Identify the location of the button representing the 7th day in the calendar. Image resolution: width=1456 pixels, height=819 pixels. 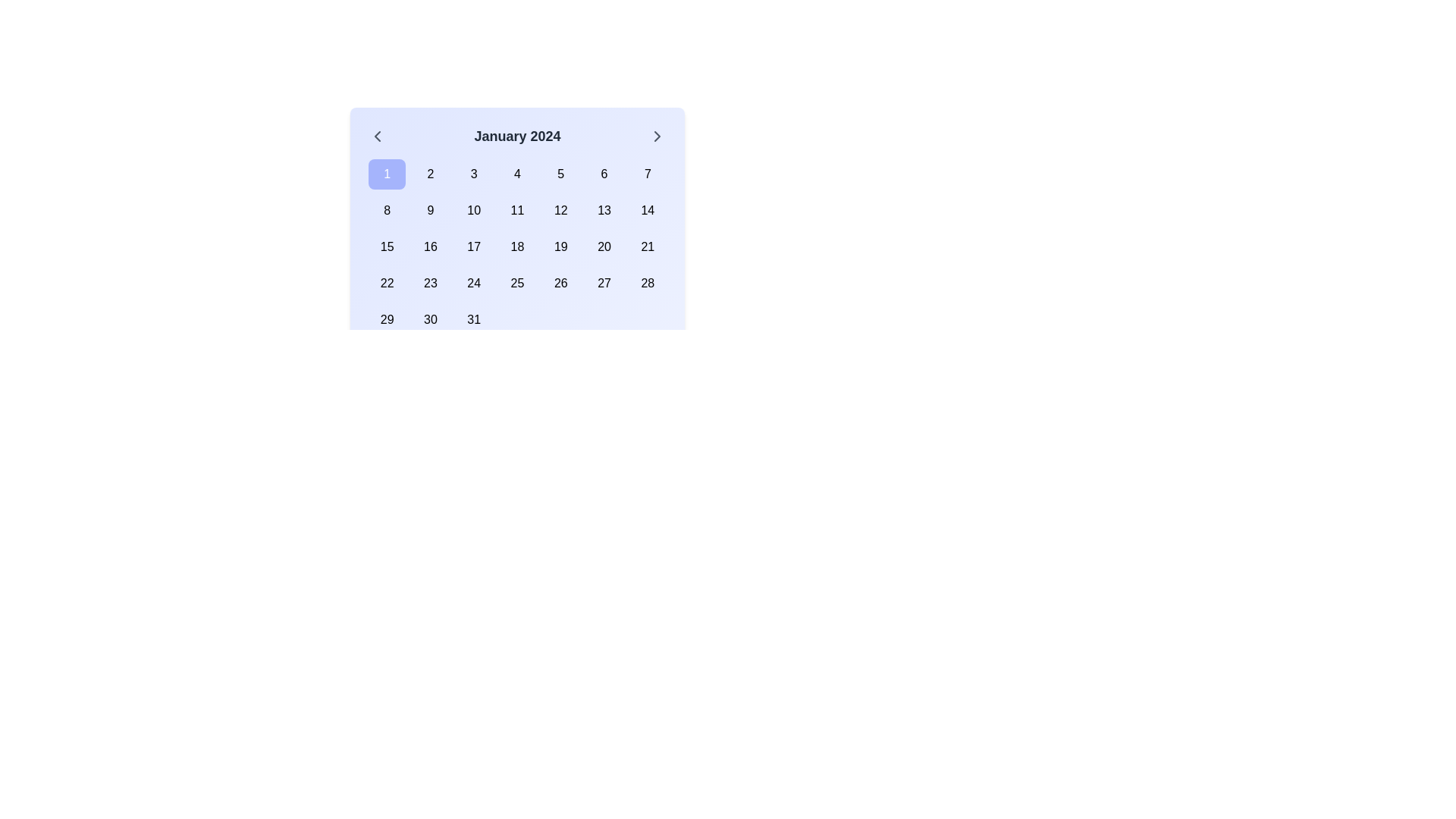
(648, 174).